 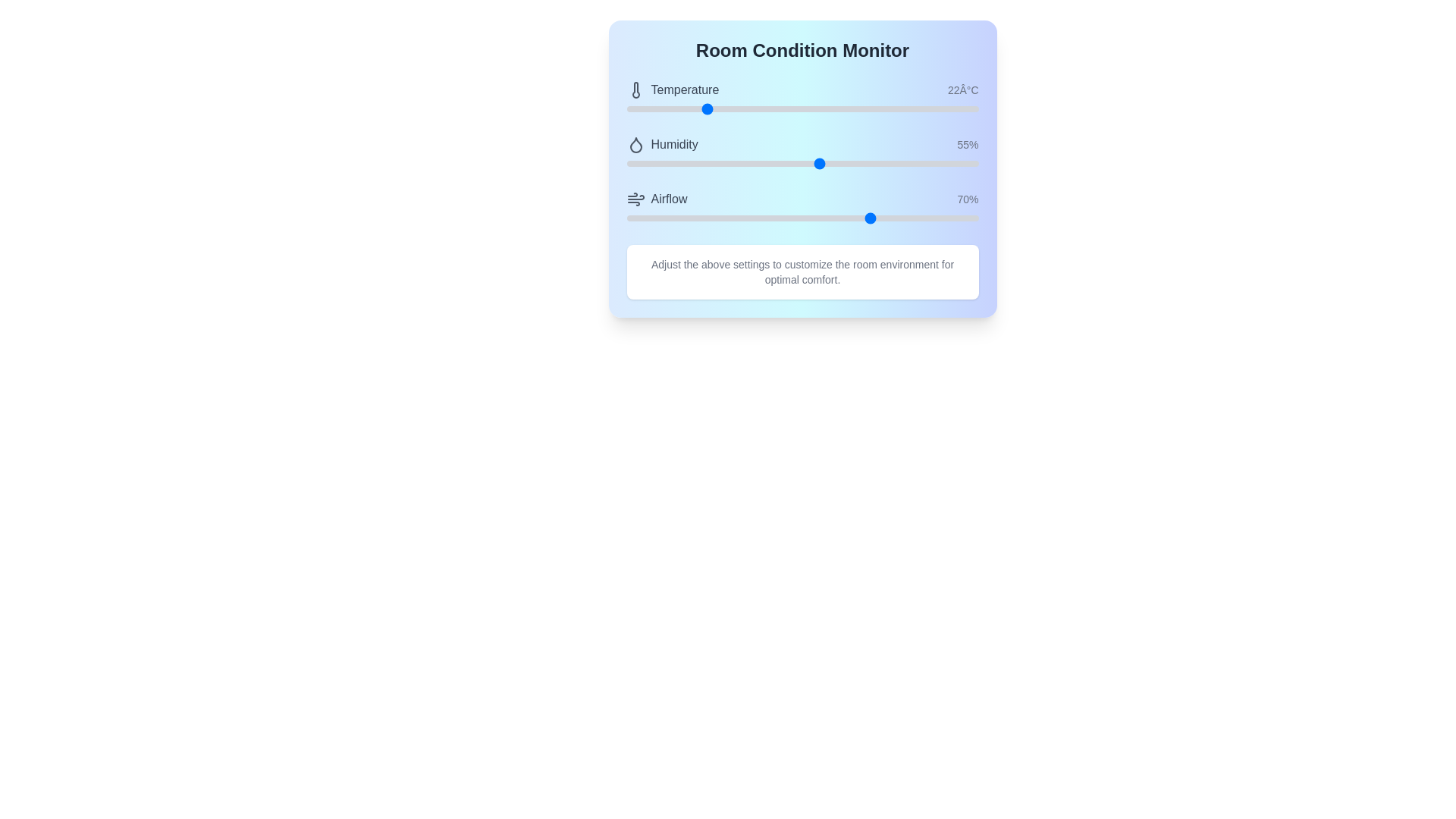 I want to click on the droplet-like icon with a hollow outline and dark gray color, which is the second icon in the vertical list of the settings panel, located to the left of the 'Humidity' label, so click(x=635, y=145).